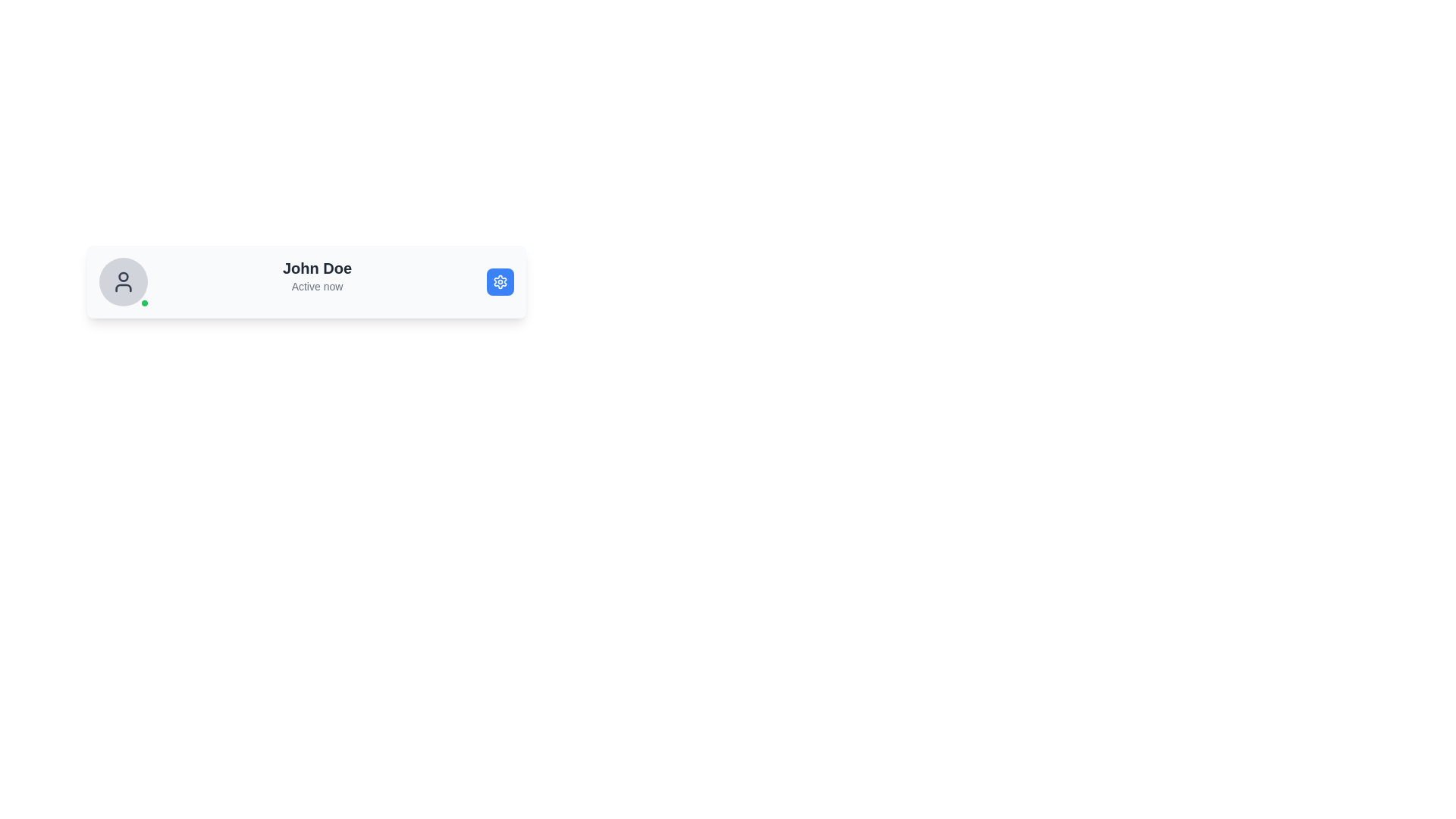 The width and height of the screenshot is (1456, 819). I want to click on the circular avatar located at the leftmost side of the card, so click(124, 281).